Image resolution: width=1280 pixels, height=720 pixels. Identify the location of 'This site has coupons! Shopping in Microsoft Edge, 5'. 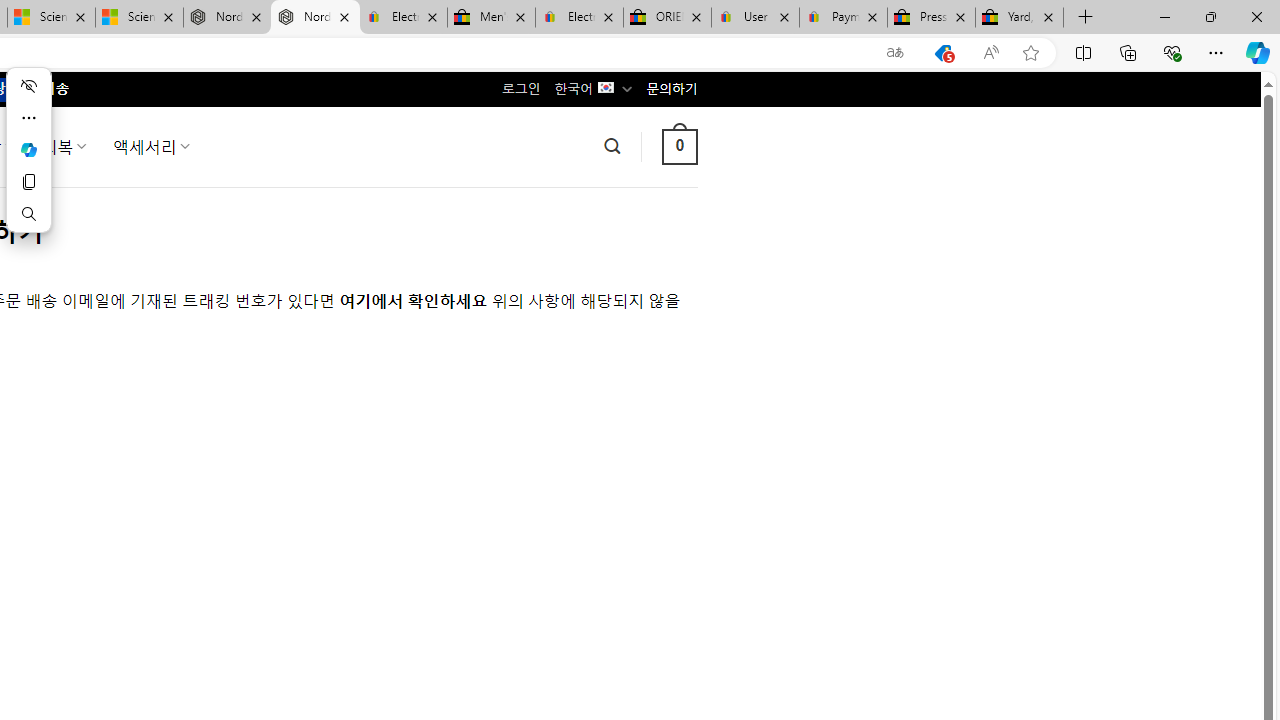
(942, 52).